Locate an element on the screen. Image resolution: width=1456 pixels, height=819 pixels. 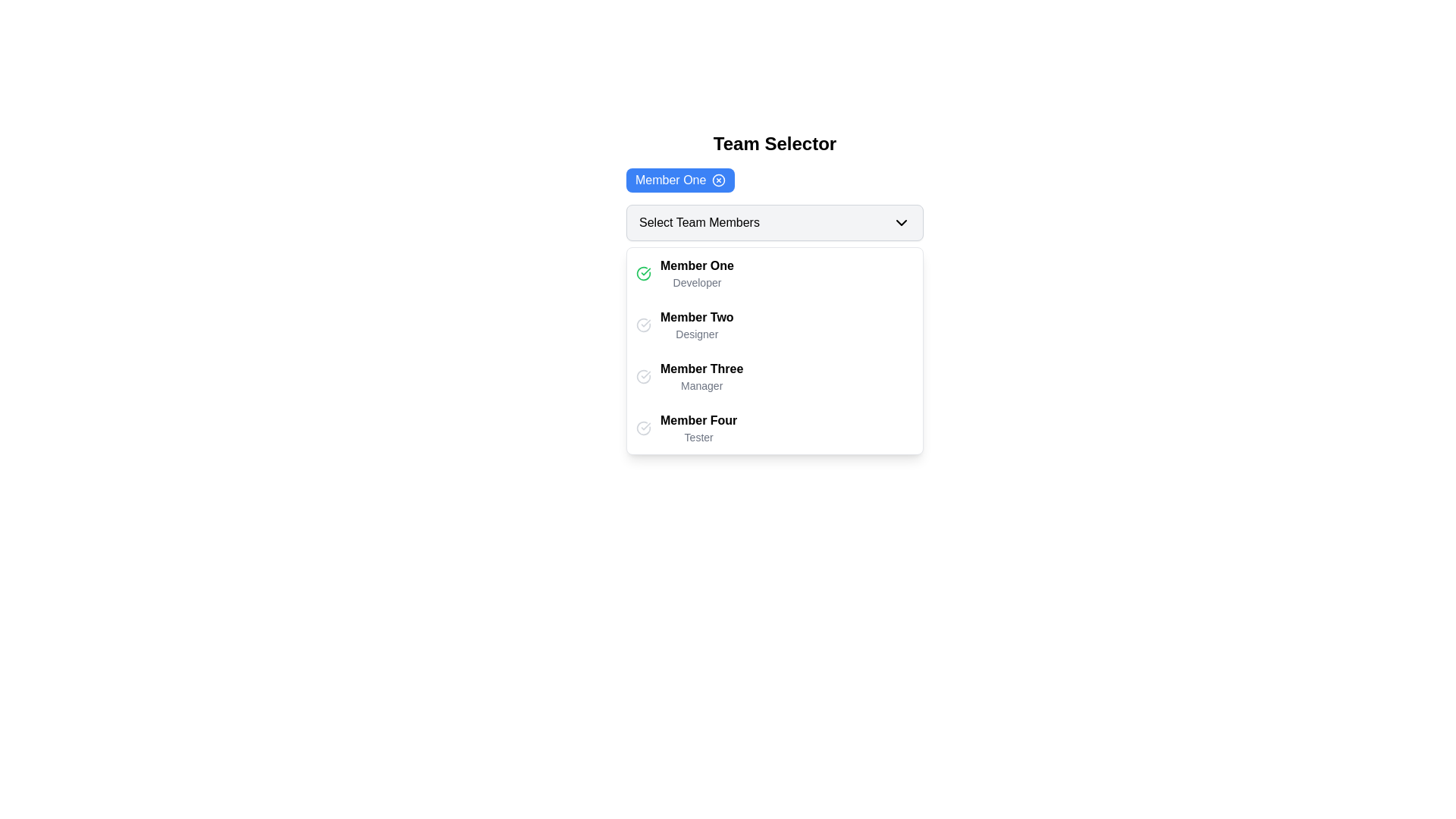
the first selectable list item in the 'Select Team Members' dropdown menu is located at coordinates (775, 274).